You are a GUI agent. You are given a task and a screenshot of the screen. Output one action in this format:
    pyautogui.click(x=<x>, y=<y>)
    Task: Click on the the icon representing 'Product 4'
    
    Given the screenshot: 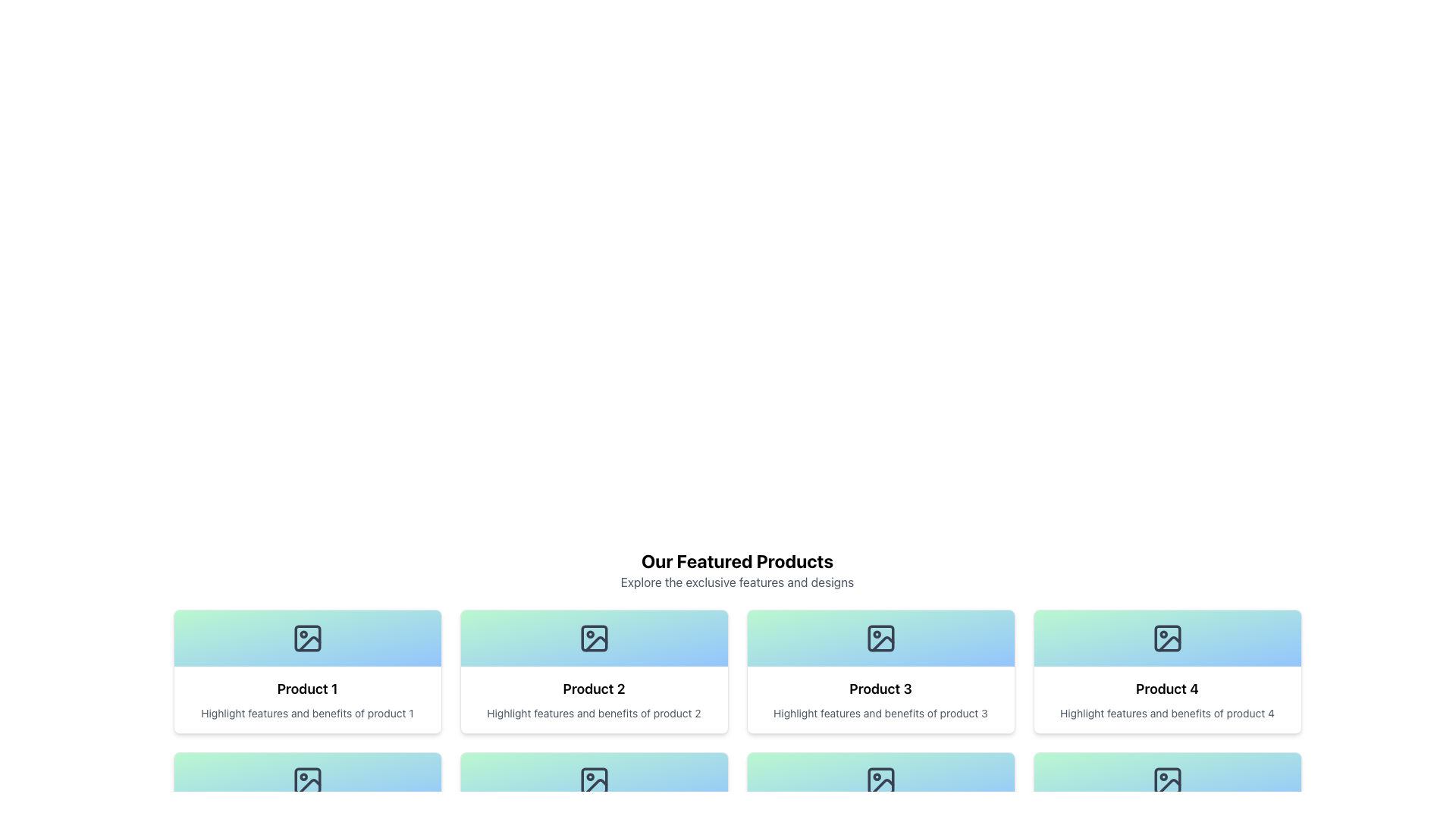 What is the action you would take?
    pyautogui.click(x=1166, y=638)
    